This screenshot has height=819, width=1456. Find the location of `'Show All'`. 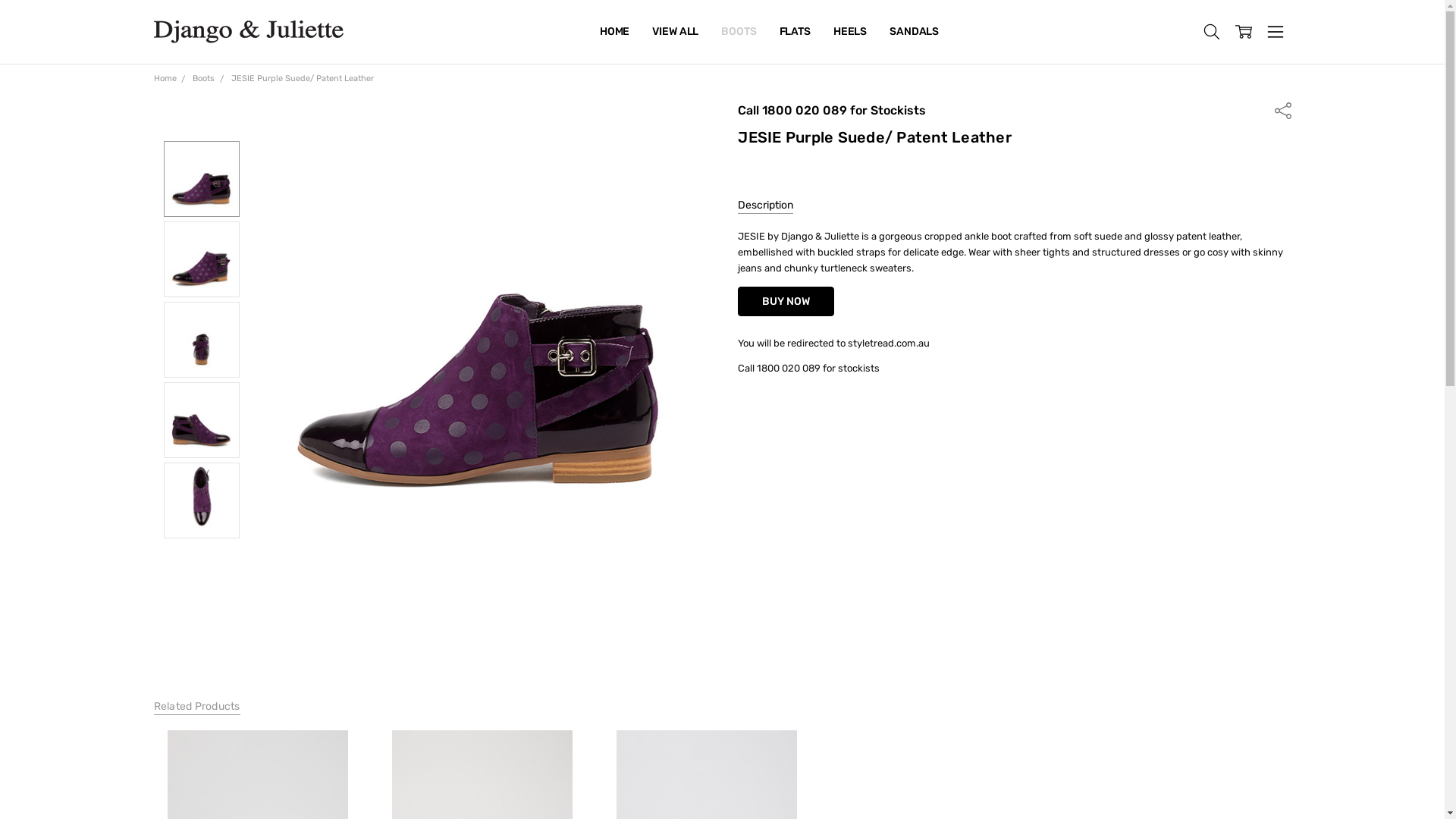

'Show All' is located at coordinates (607, 32).